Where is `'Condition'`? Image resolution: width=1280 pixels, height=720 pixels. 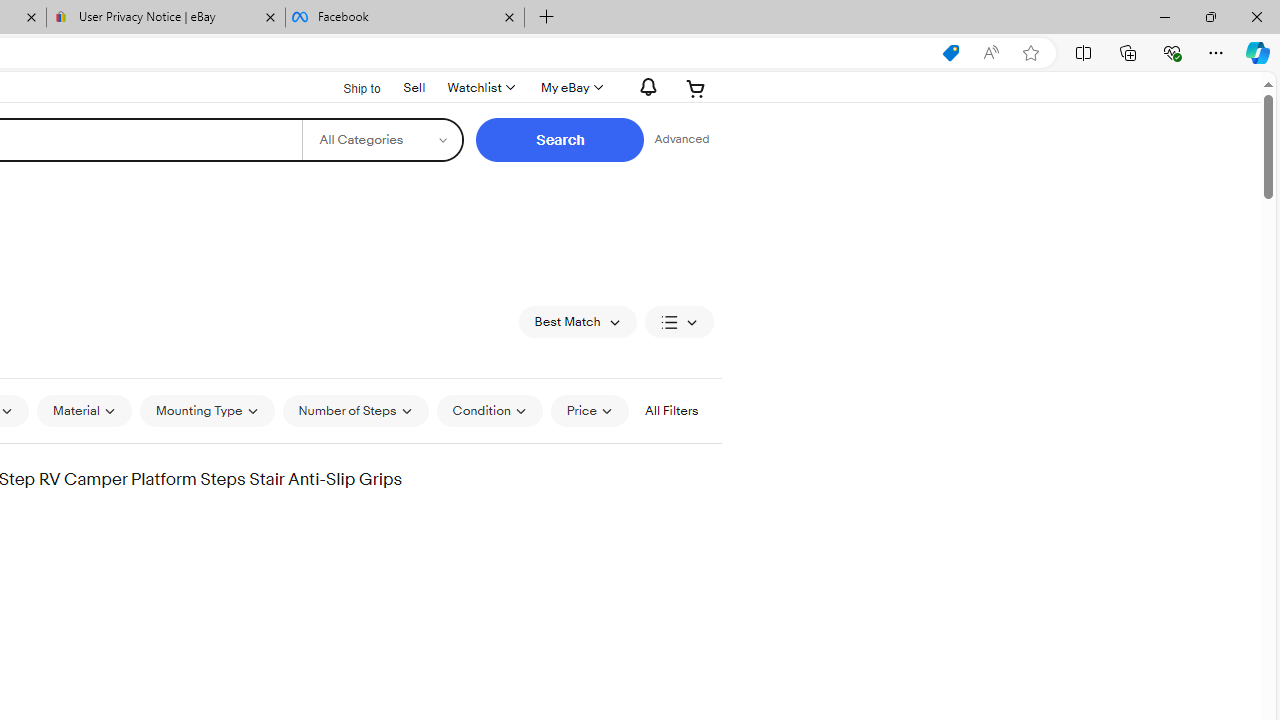 'Condition' is located at coordinates (489, 410).